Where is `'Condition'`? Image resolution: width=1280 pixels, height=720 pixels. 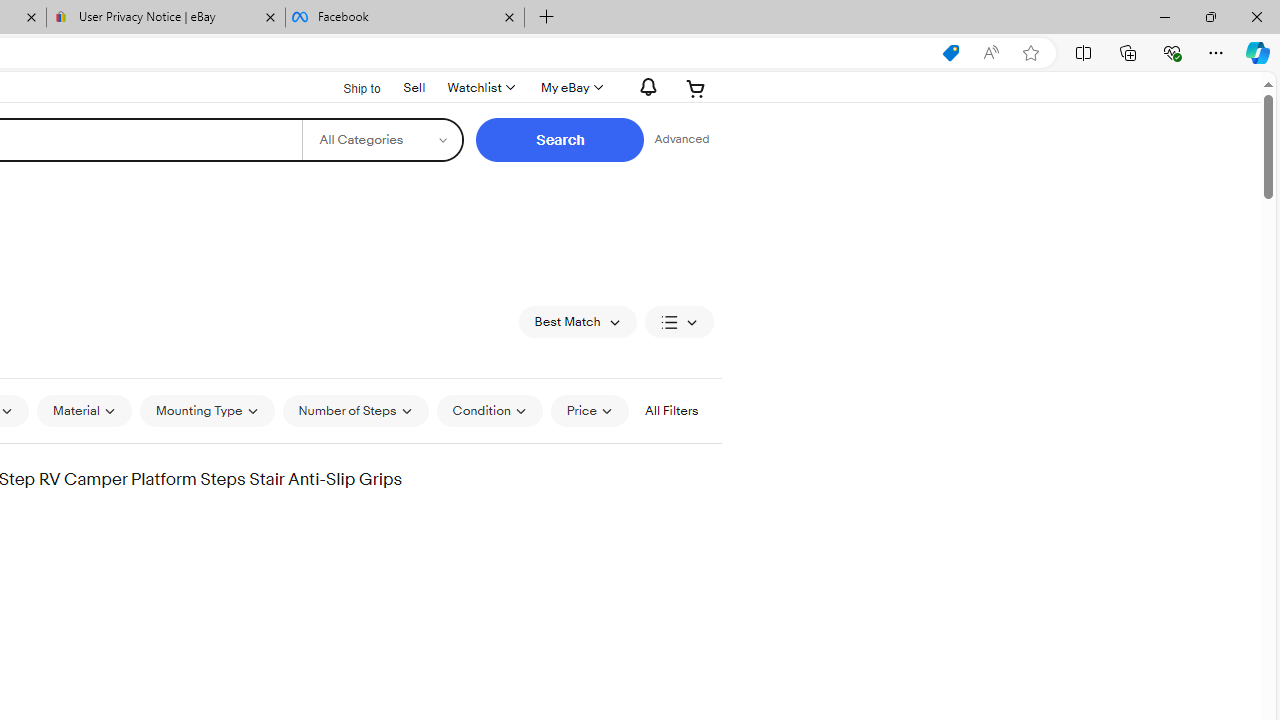 'Condition' is located at coordinates (489, 410).